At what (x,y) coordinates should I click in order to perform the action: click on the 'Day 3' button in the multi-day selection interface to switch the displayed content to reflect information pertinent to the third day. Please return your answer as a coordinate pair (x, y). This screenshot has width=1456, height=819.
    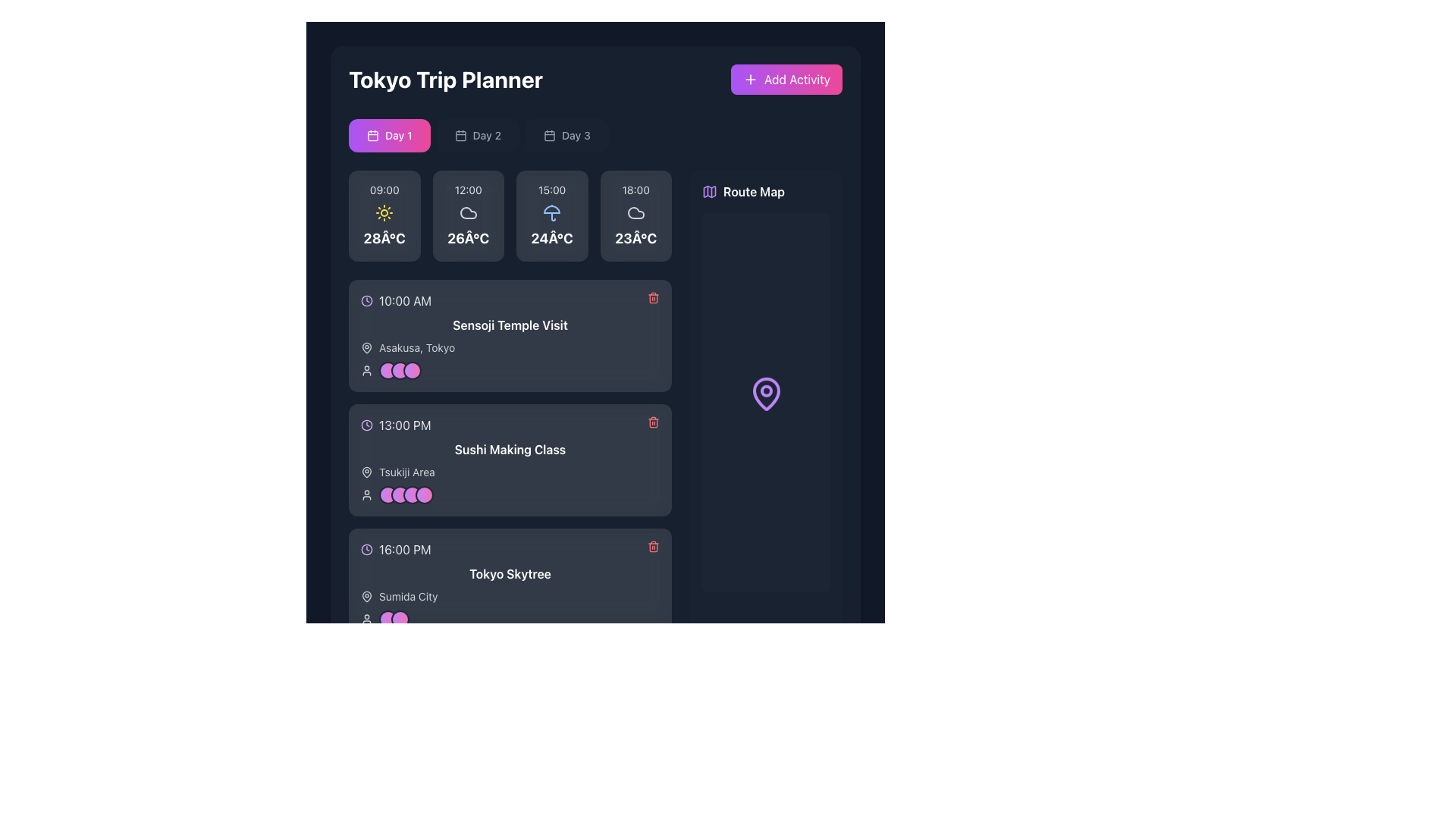
    Looking at the image, I should click on (566, 134).